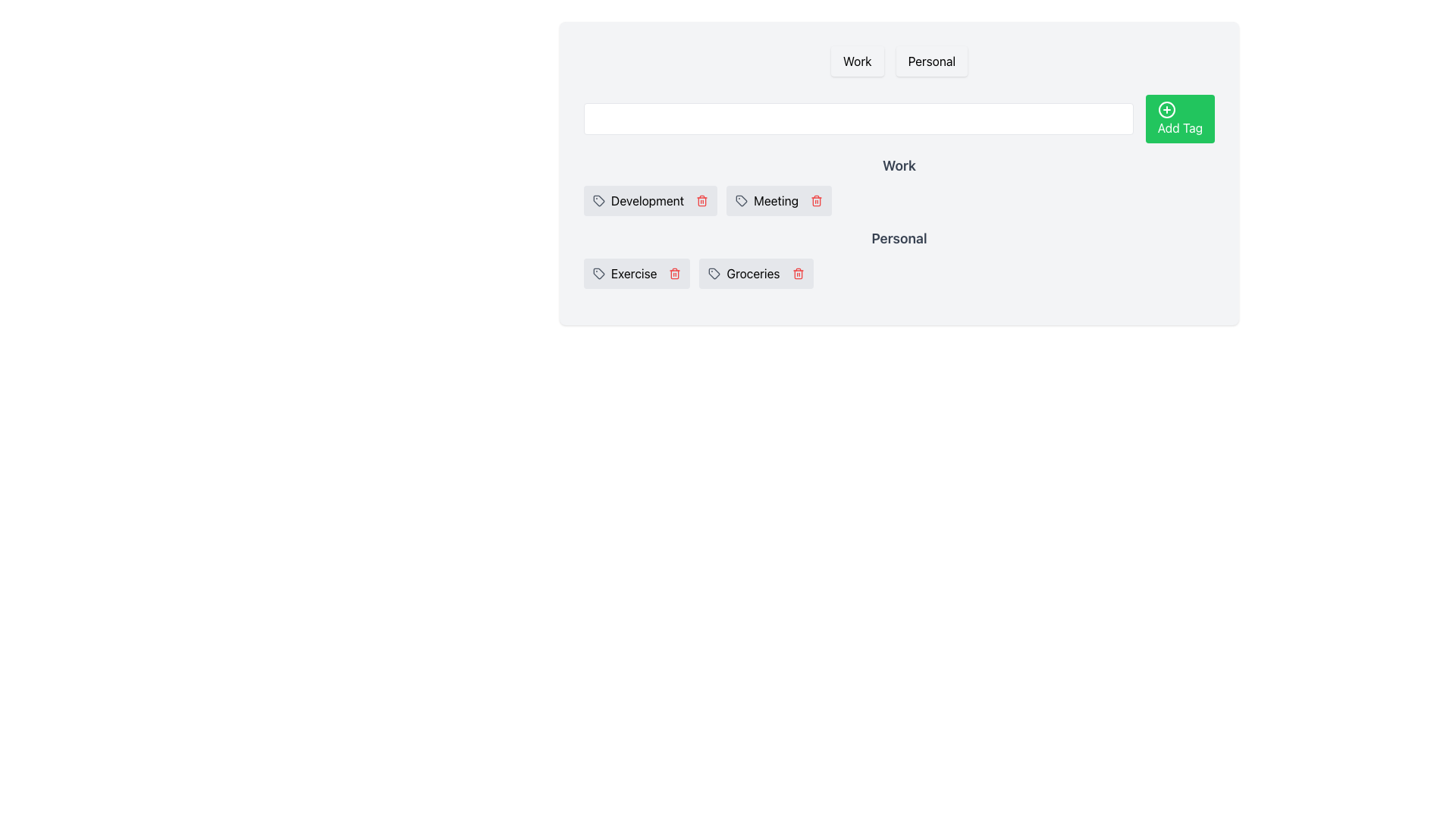 Image resolution: width=1456 pixels, height=819 pixels. I want to click on the leftmost icon under the 'Meeting' button in the 'Work' section for identification purposes, so click(742, 200).